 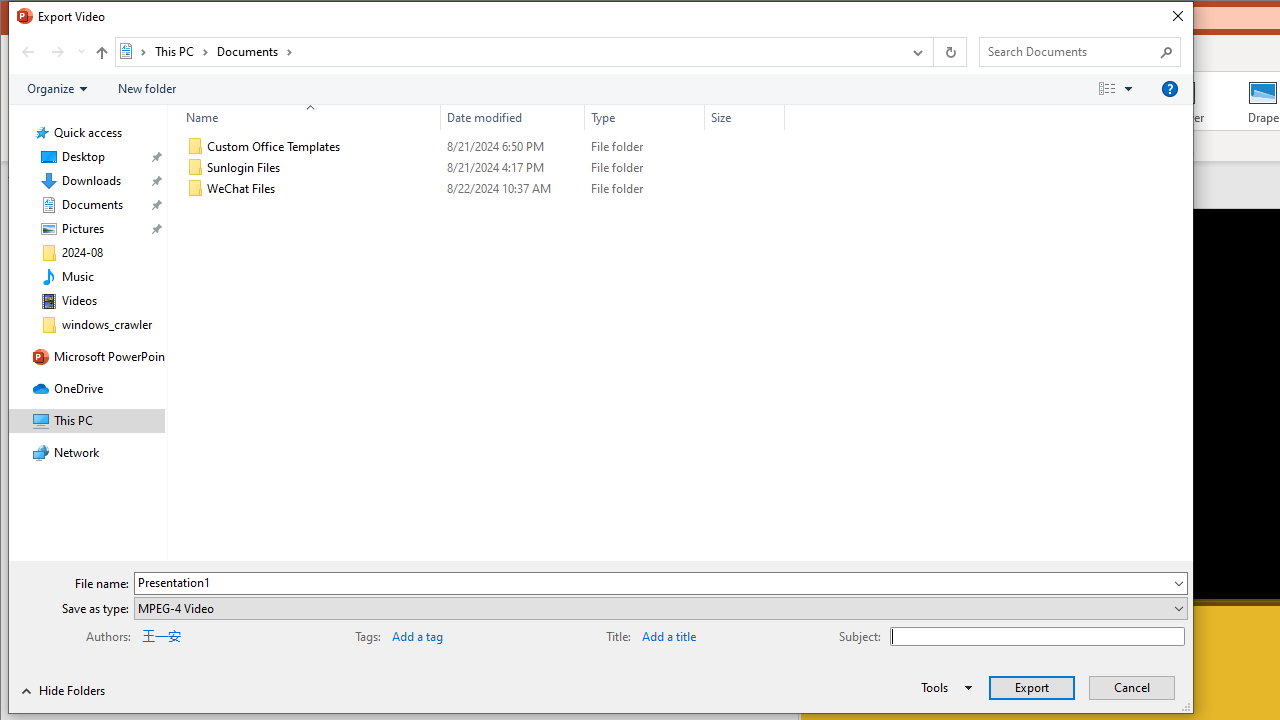 I want to click on 'Tools', so click(x=942, y=686).